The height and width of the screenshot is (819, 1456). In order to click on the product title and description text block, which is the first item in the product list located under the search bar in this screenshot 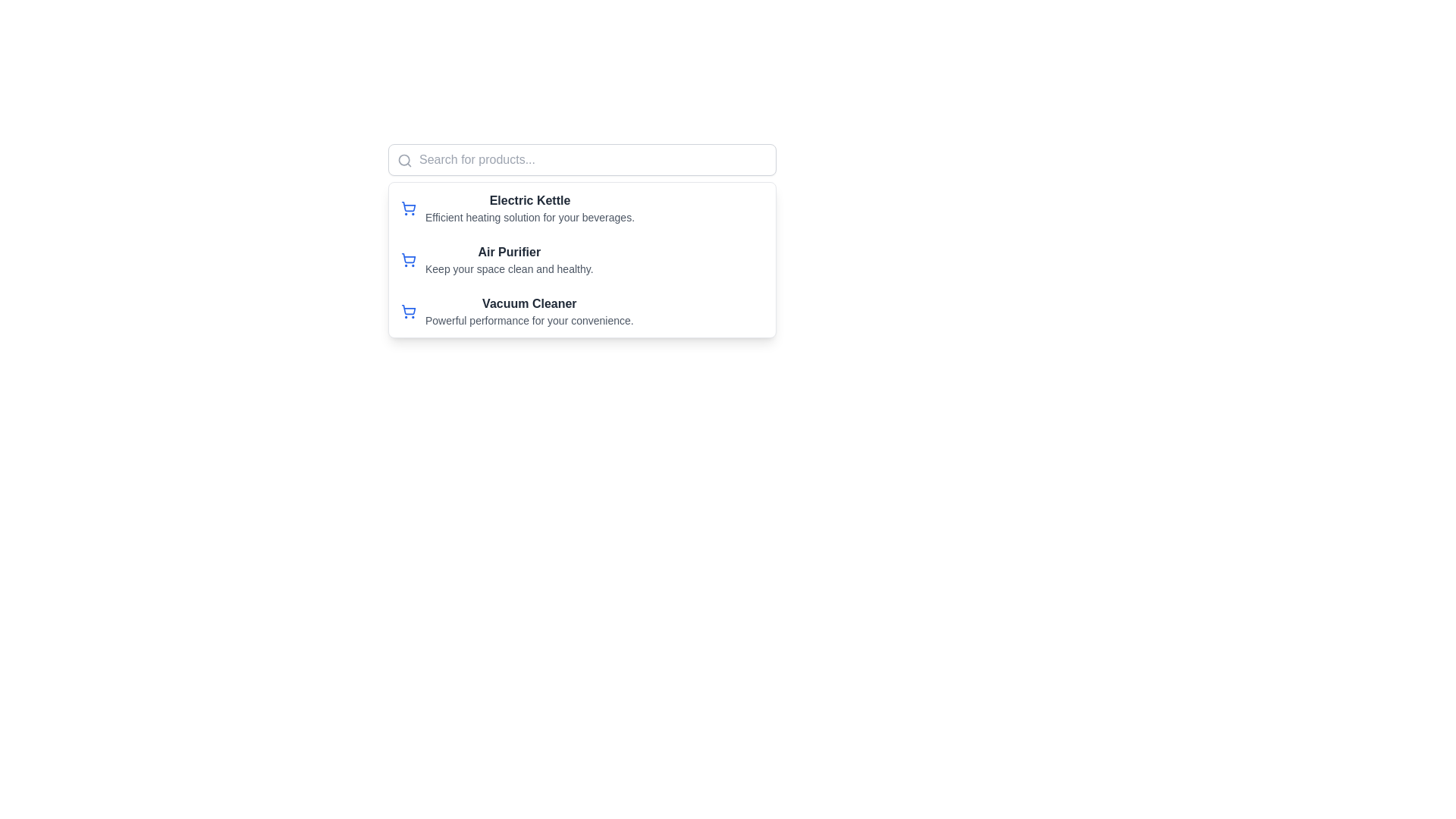, I will do `click(530, 208)`.